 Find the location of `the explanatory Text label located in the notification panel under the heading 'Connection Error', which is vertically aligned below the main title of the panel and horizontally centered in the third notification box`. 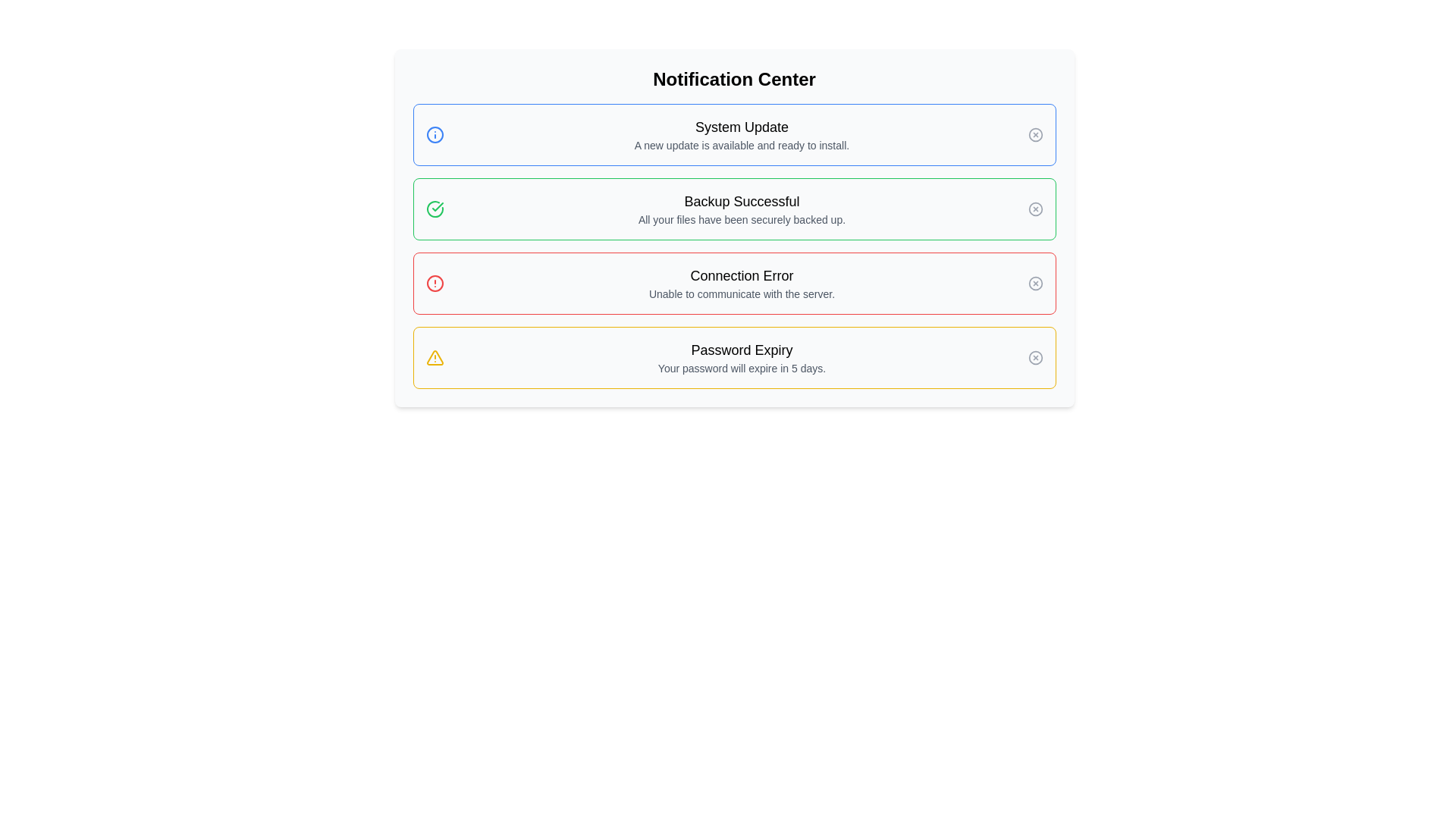

the explanatory Text label located in the notification panel under the heading 'Connection Error', which is vertically aligned below the main title of the panel and horizontally centered in the third notification box is located at coordinates (742, 294).